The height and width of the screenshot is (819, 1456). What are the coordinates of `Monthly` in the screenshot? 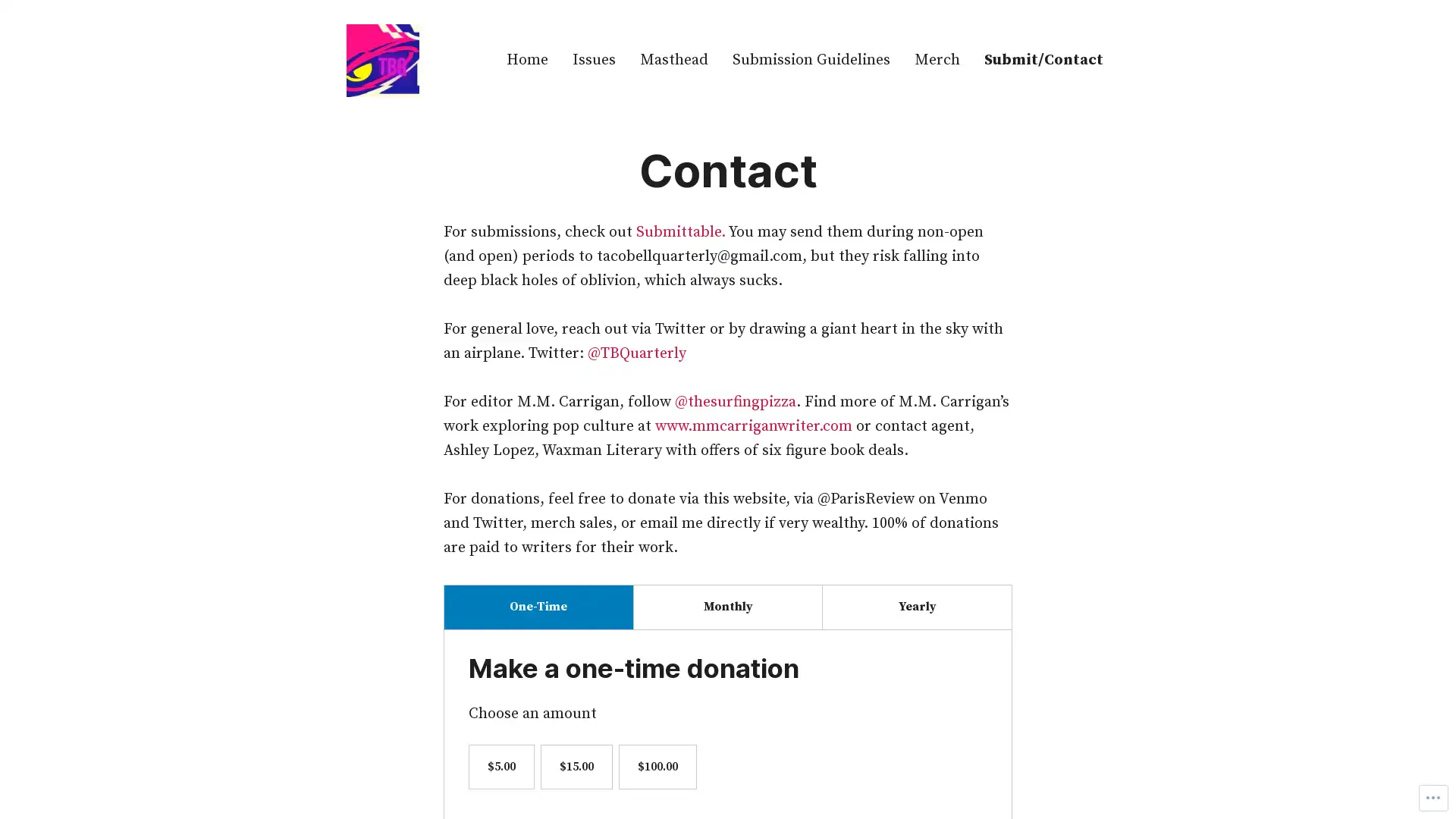 It's located at (726, 606).